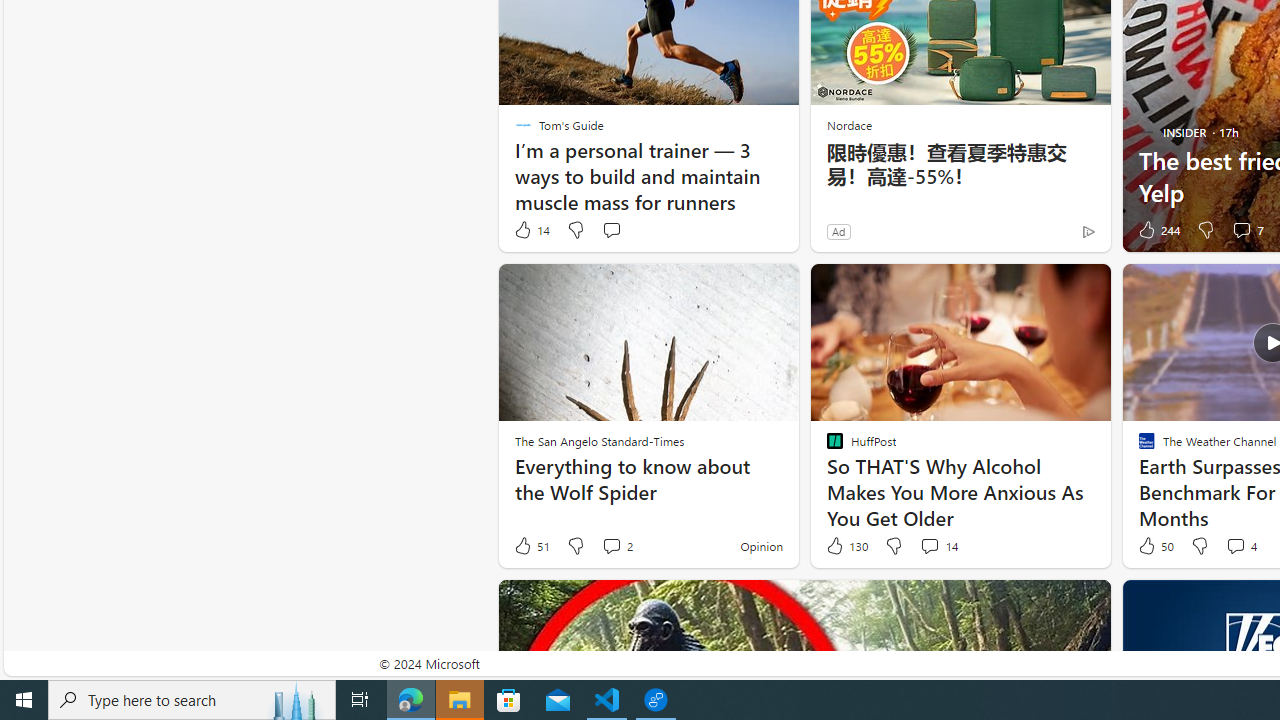 This screenshot has width=1280, height=720. I want to click on '130 Like', so click(846, 546).